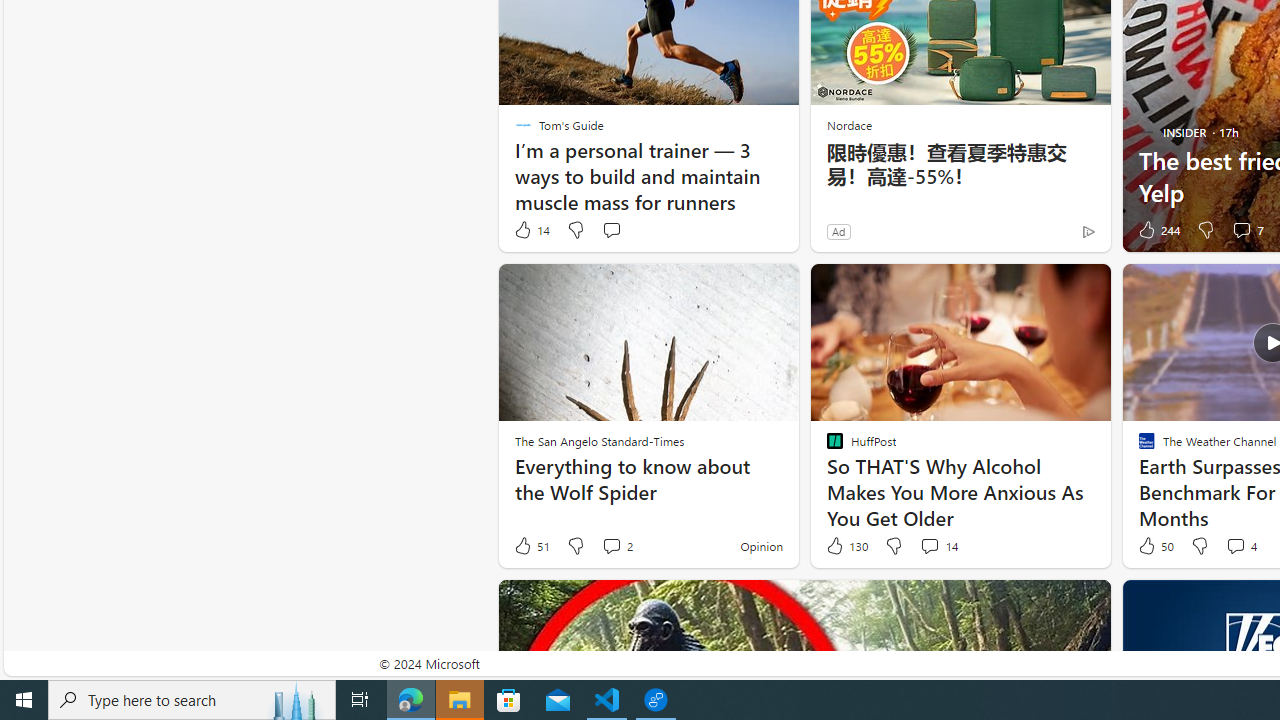 This screenshot has width=1280, height=720. I want to click on '130 Like', so click(846, 546).